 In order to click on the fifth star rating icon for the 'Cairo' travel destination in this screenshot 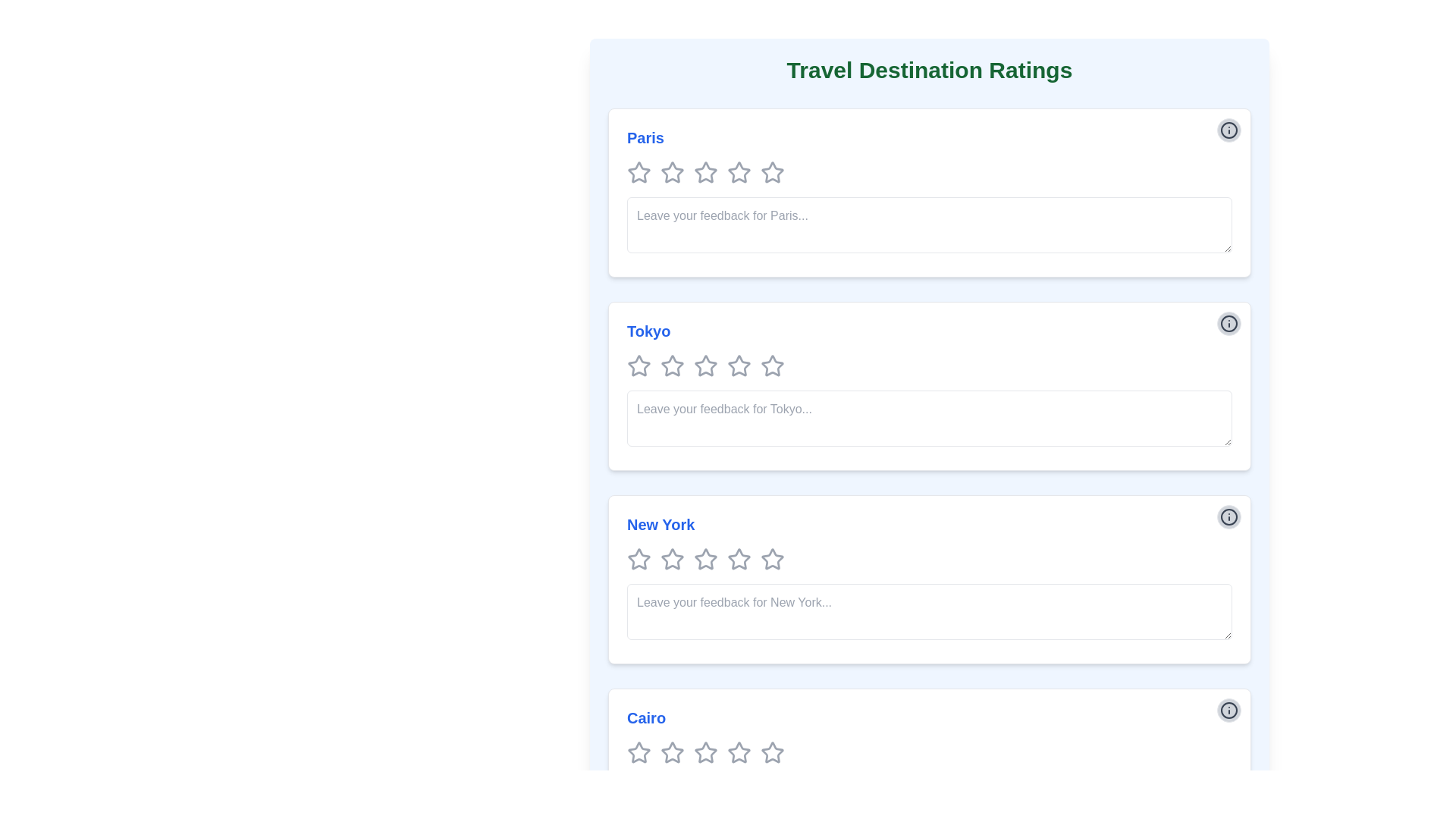, I will do `click(772, 752)`.